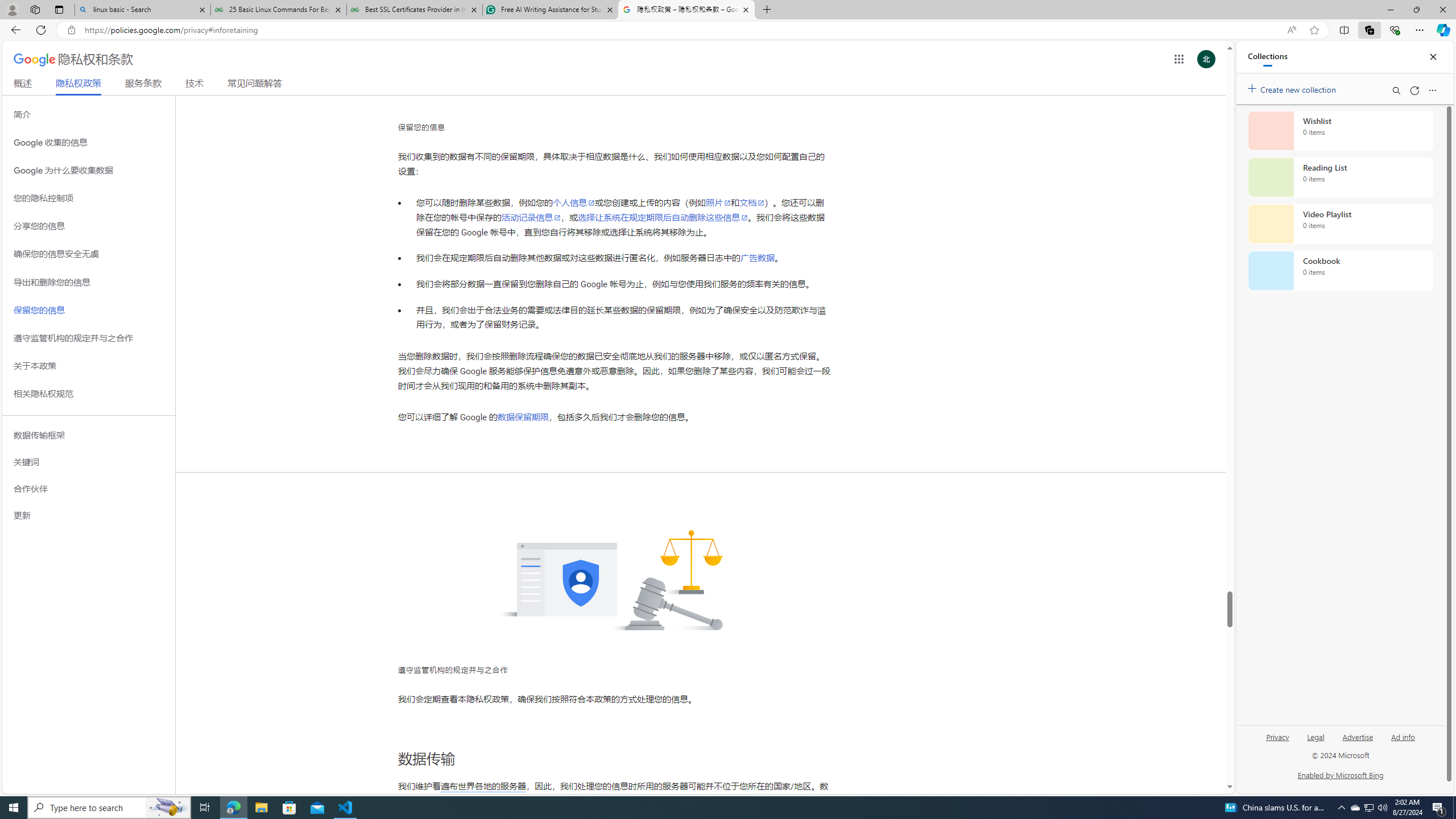 This screenshot has width=1456, height=819. What do you see at coordinates (1293, 87) in the screenshot?
I see `'Create new collection'` at bounding box center [1293, 87].